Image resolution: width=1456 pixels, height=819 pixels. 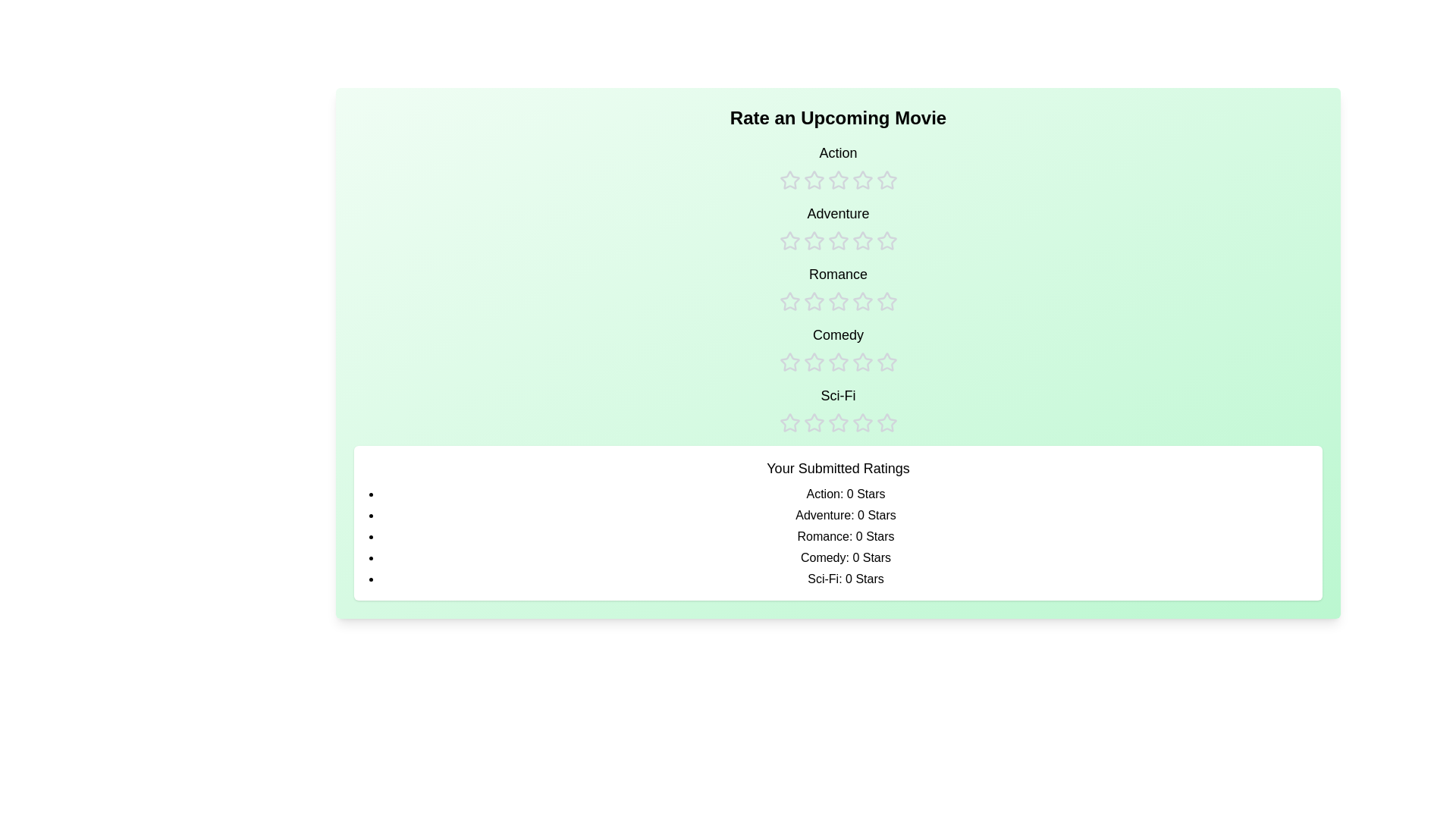 I want to click on the rating for the Adventure category to 1 stars, so click(x=789, y=227).